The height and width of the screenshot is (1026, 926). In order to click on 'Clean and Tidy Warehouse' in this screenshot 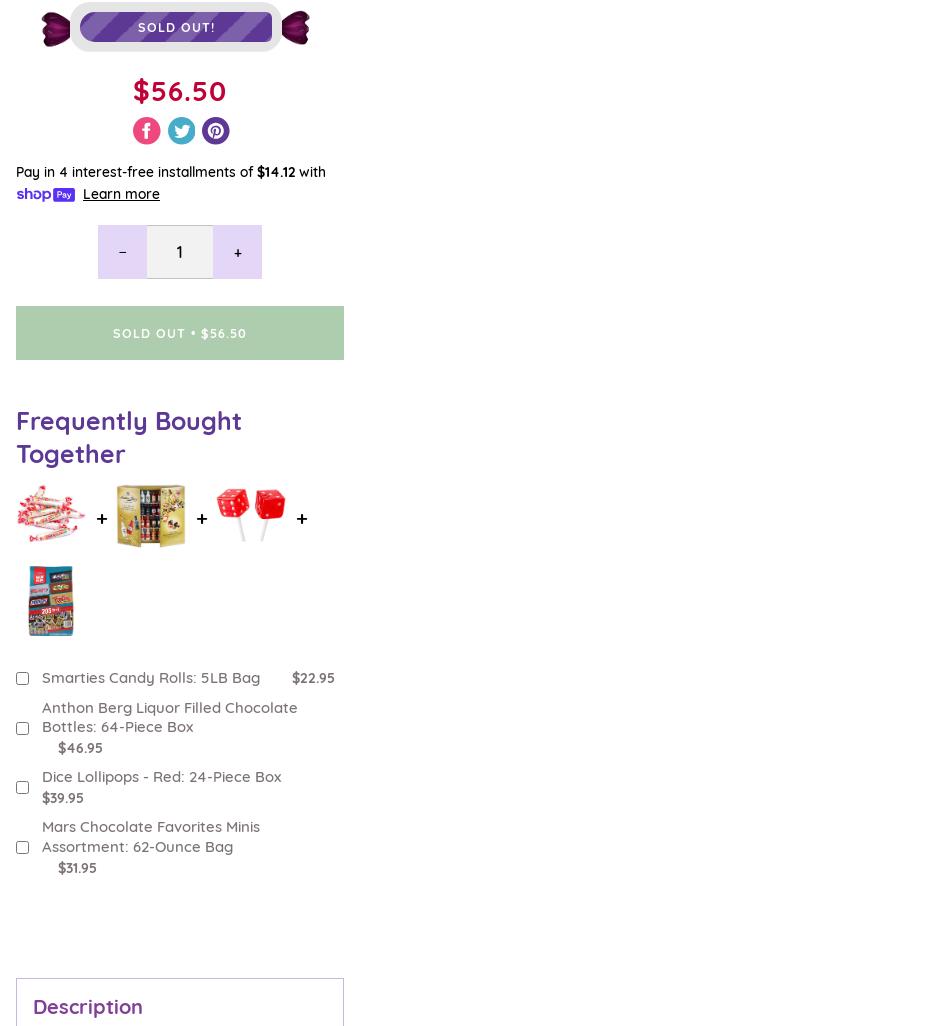, I will do `click(101, 815)`.